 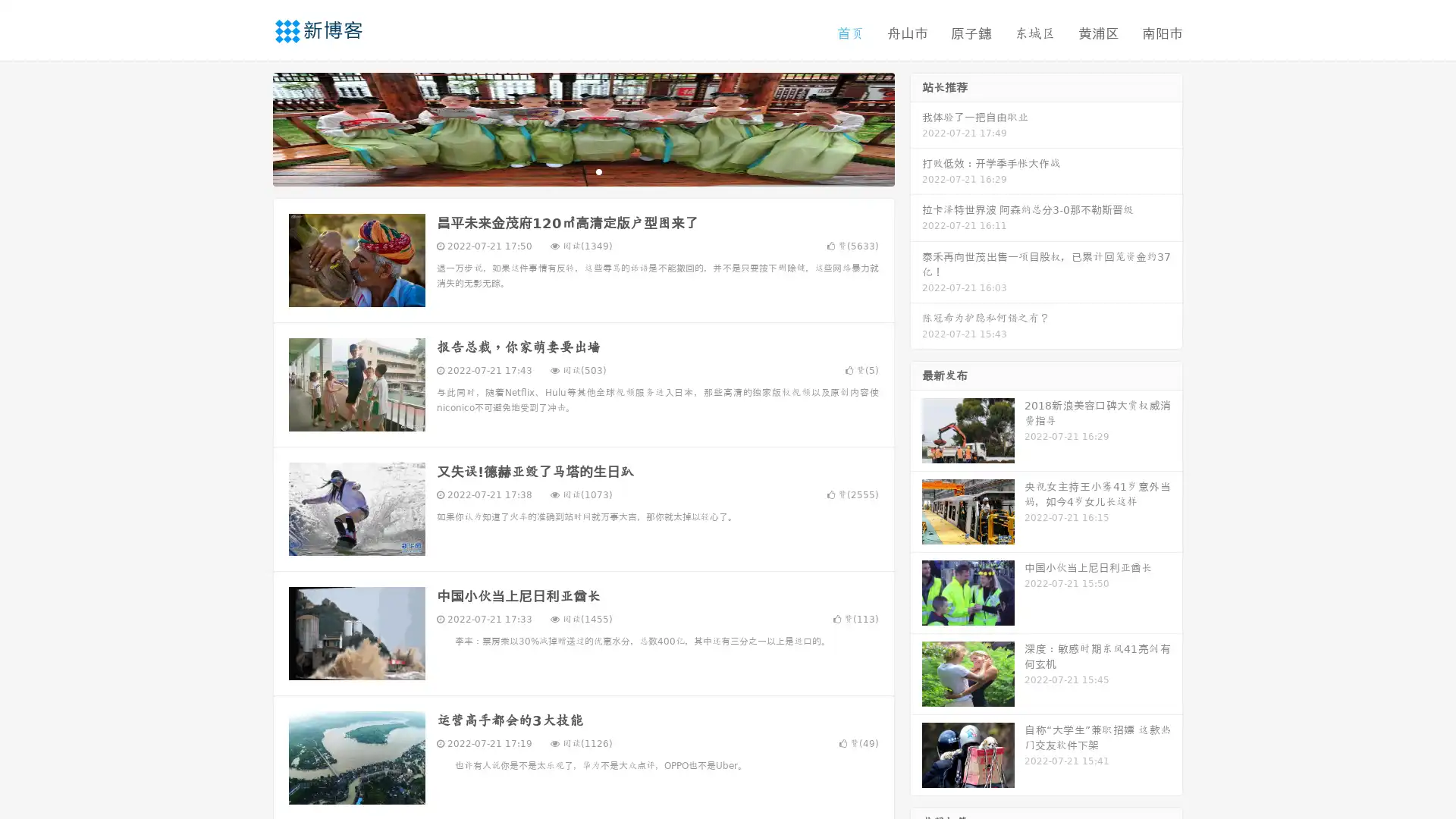 I want to click on Go to slide 3, so click(x=598, y=171).